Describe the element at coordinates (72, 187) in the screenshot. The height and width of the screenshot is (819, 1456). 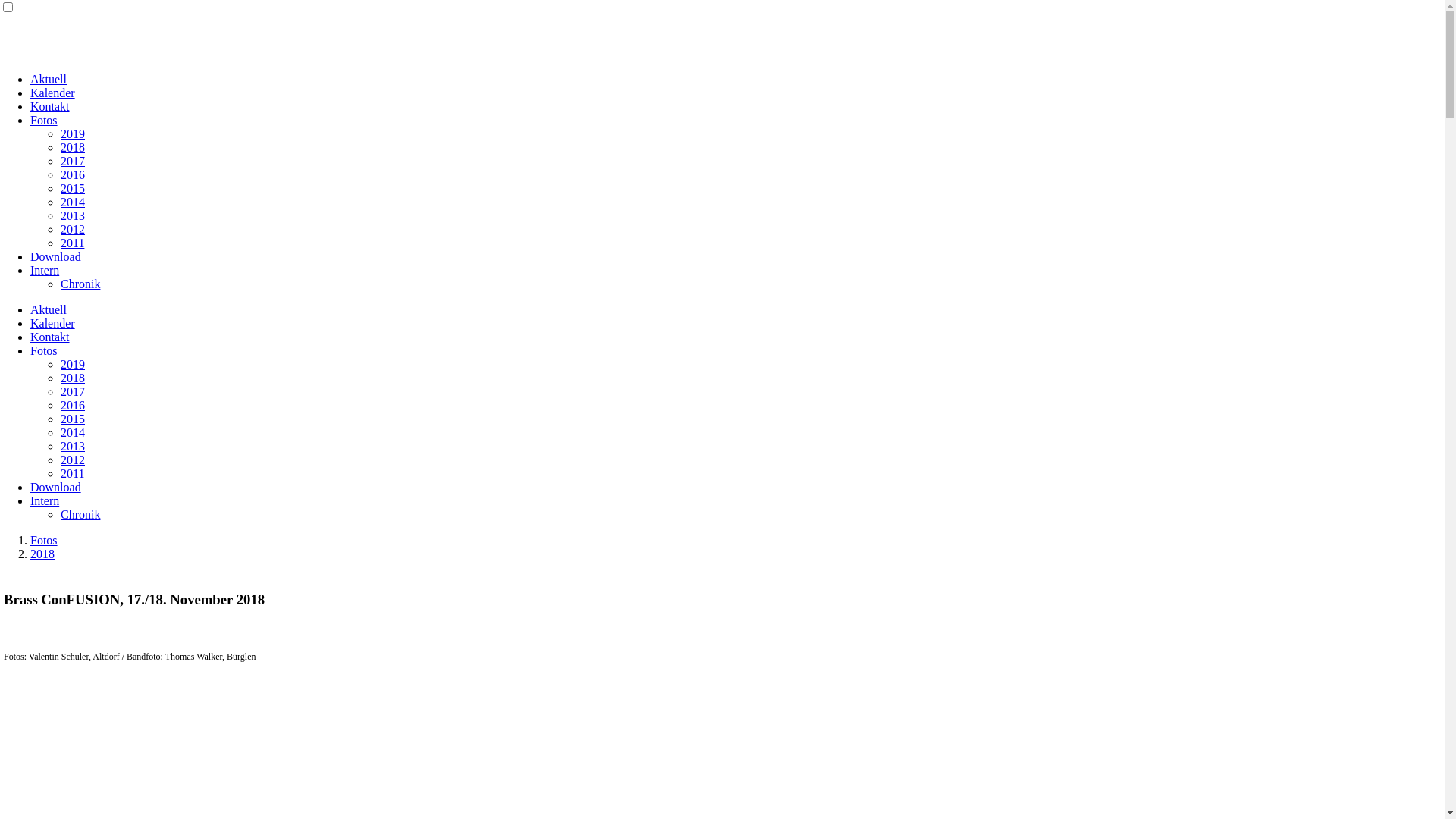
I see `'2015'` at that location.